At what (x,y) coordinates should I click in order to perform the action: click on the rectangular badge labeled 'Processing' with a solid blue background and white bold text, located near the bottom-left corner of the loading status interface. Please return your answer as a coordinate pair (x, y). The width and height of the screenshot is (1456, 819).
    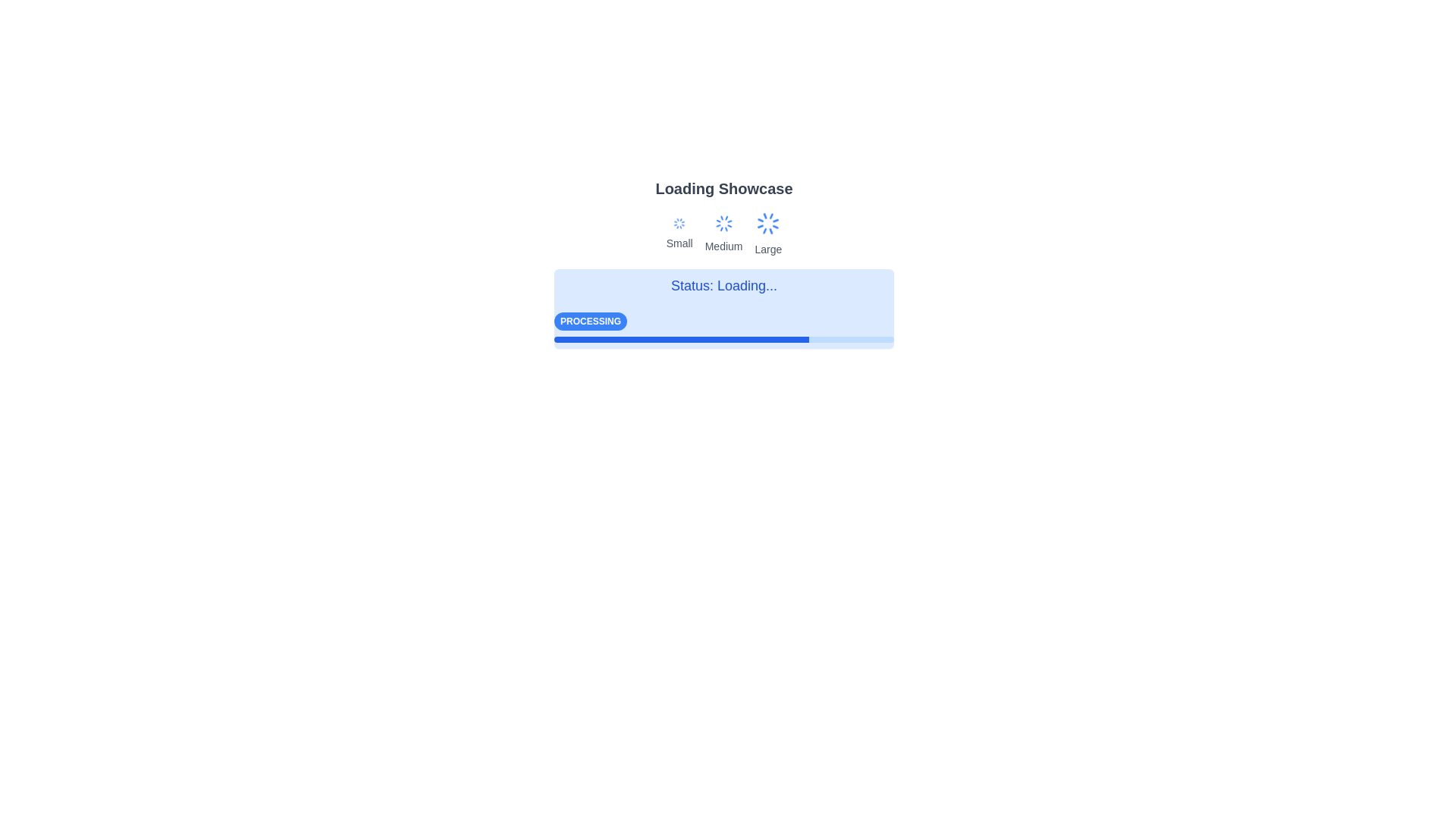
    Looking at the image, I should click on (589, 321).